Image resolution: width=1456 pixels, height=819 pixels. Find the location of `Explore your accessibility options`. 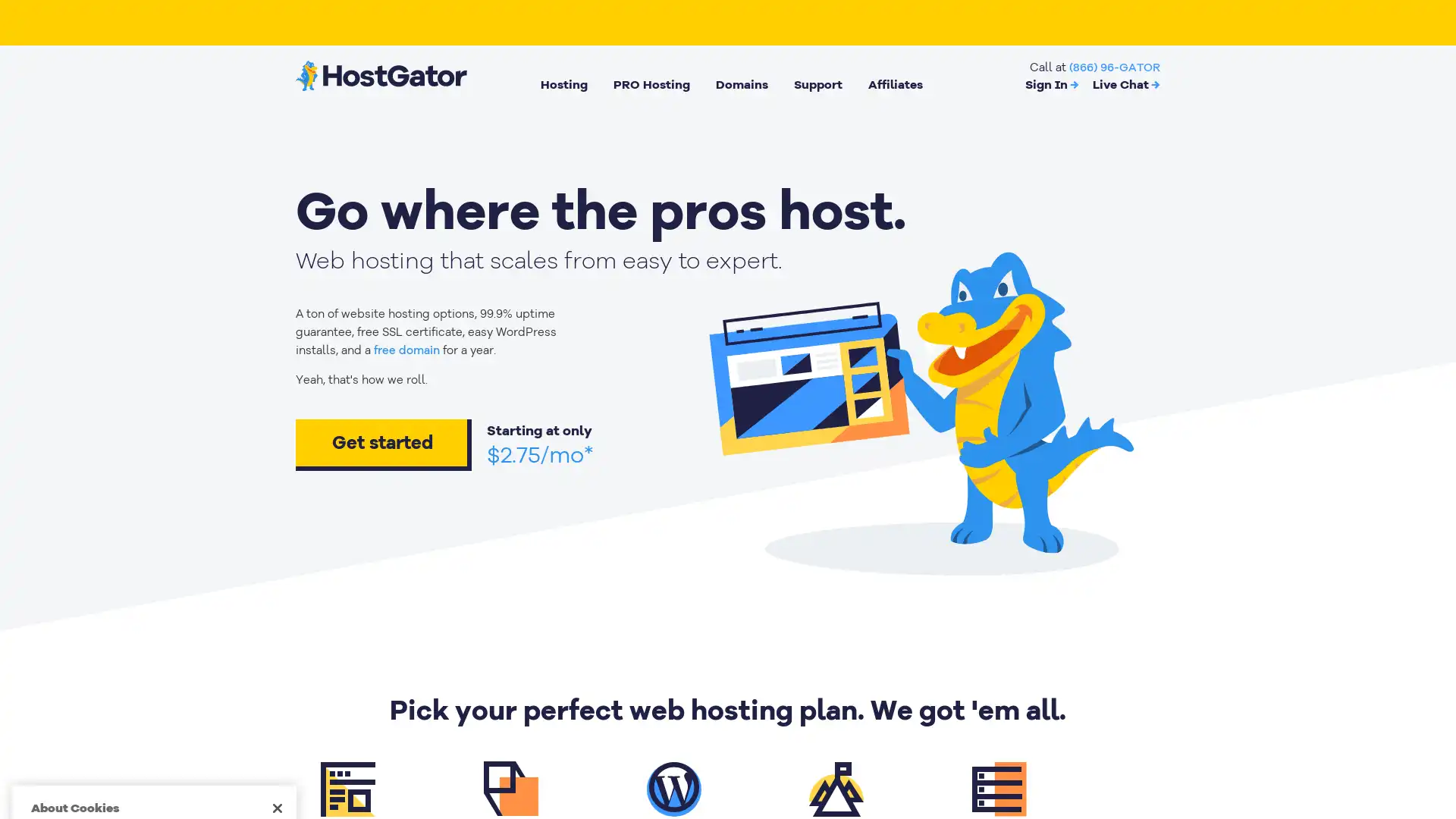

Explore your accessibility options is located at coordinates (1430, 742).